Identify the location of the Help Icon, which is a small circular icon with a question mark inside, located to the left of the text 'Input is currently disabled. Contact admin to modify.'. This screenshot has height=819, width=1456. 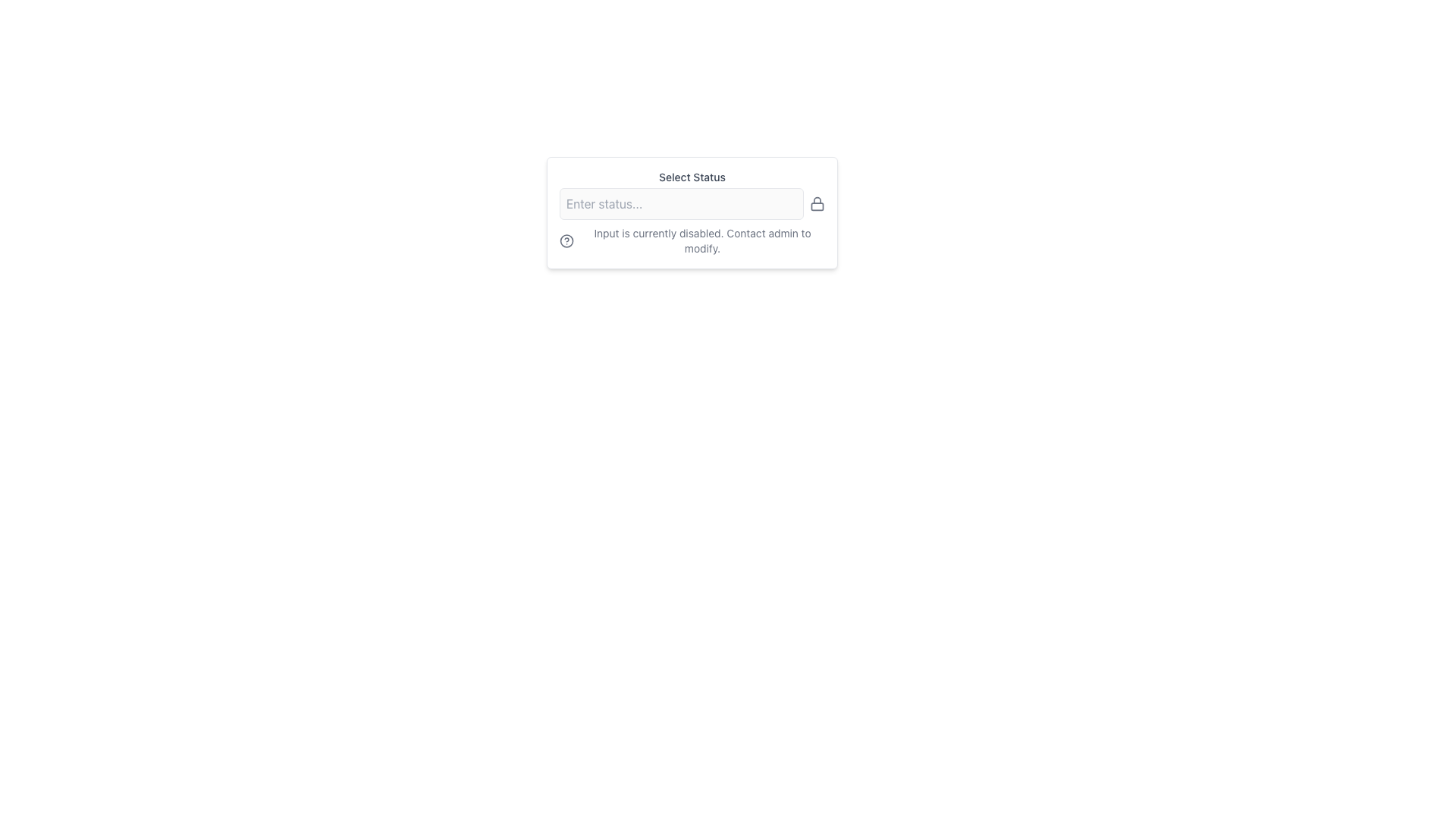
(566, 240).